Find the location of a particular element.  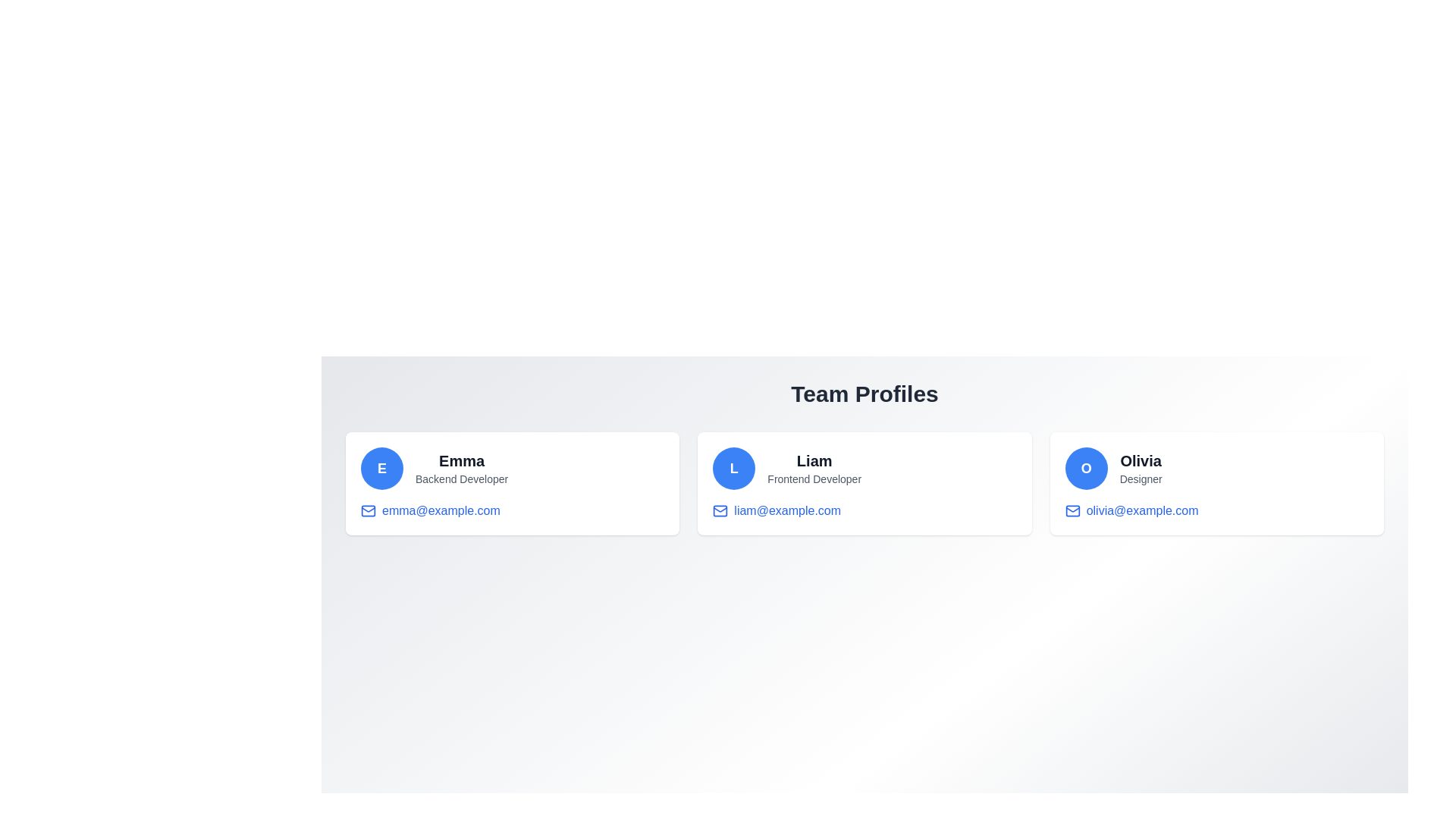

the text label displaying the name 'Emma', which is a bold and larger font indicating emphasis, located below the circular icon with the letter 'E' in the user profile card layout is located at coordinates (461, 460).